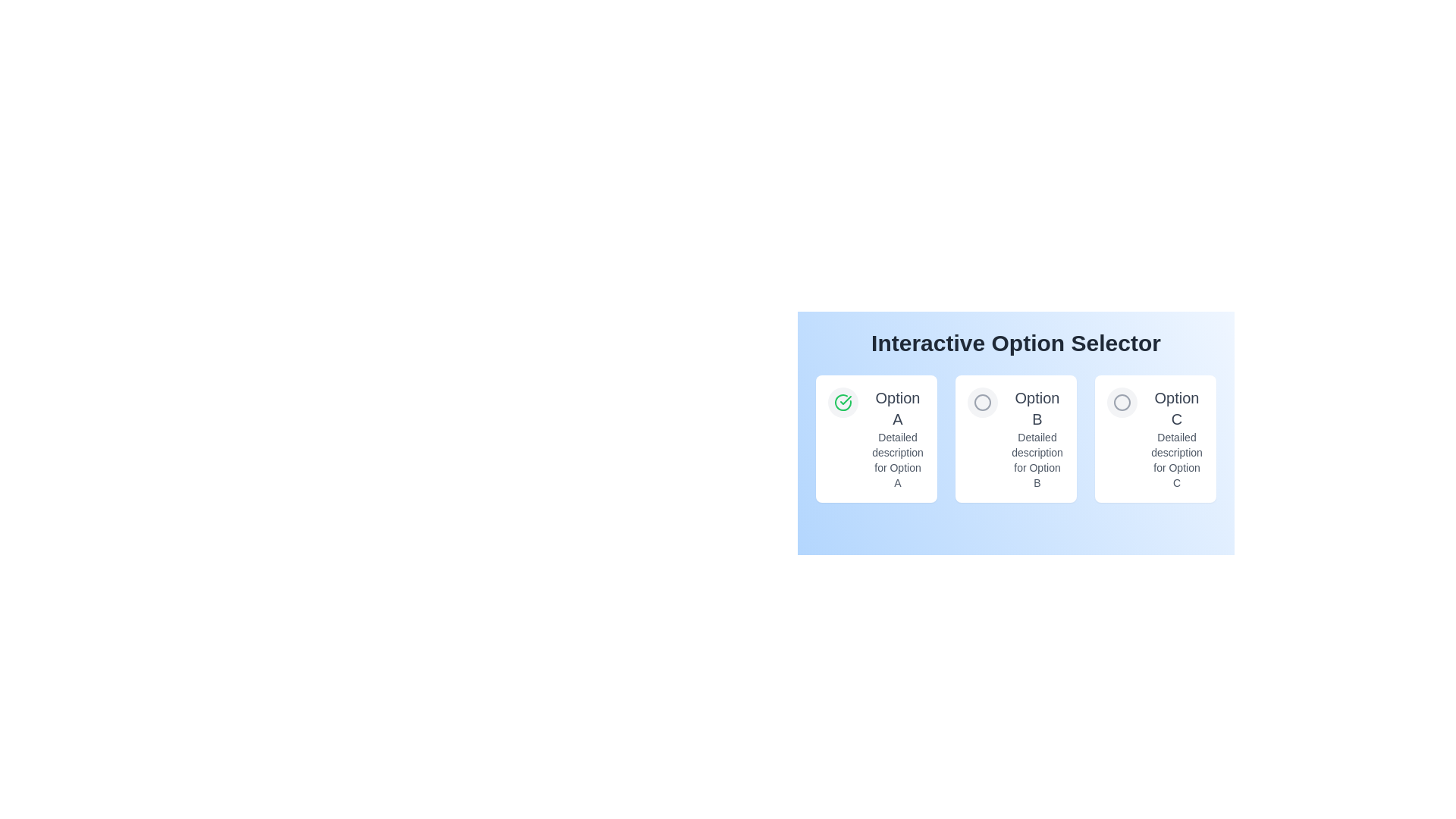 The image size is (1456, 819). I want to click on the Text Label displaying 'Option A,' which is styled with a larger font size and bold weight, located above the sibling text in the leftmost column of a horizontal selection group, so click(898, 408).